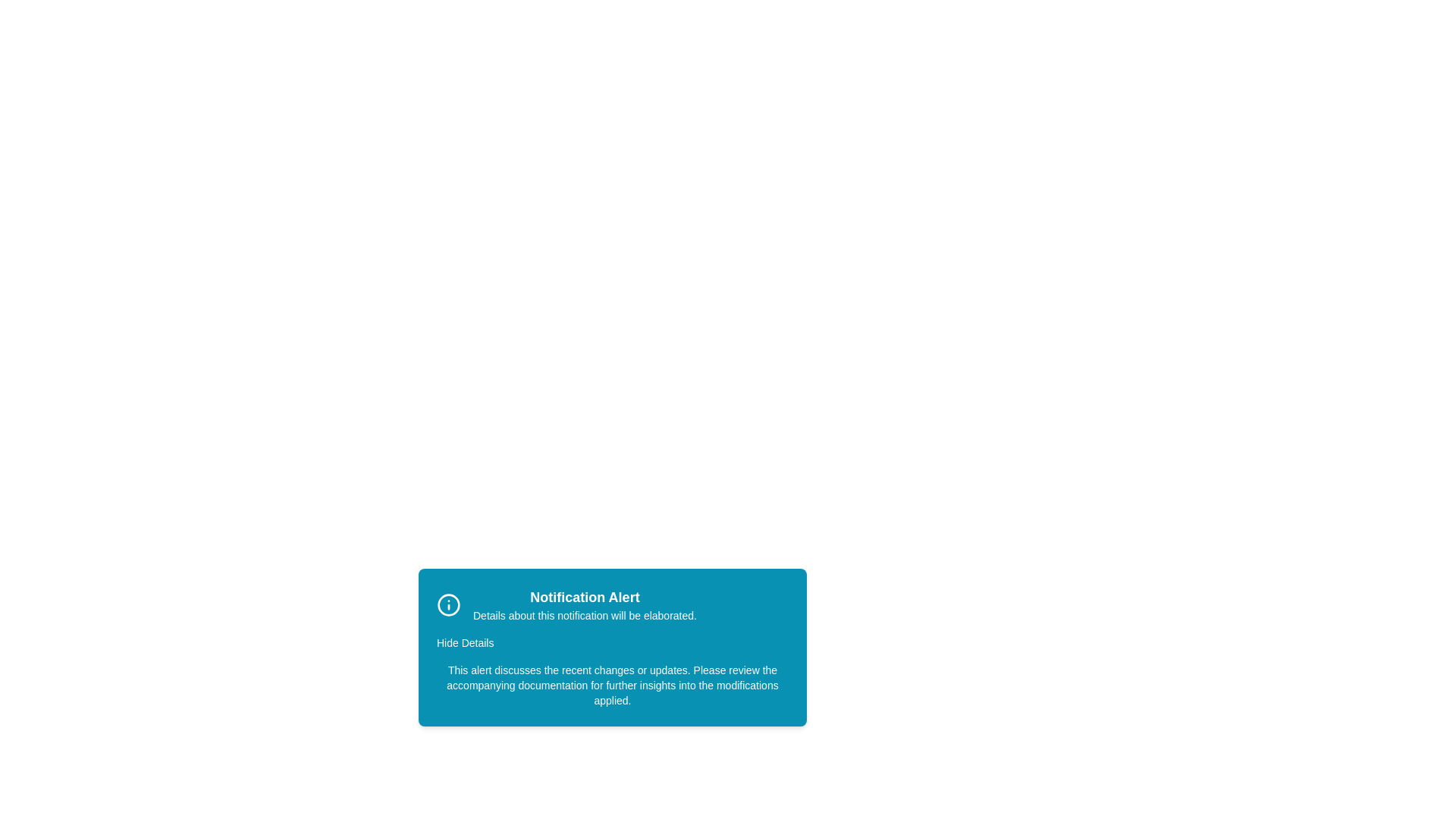 Image resolution: width=1456 pixels, height=819 pixels. I want to click on the text 'Details about this notification will be elaborated.' in the alert, so click(472, 607).